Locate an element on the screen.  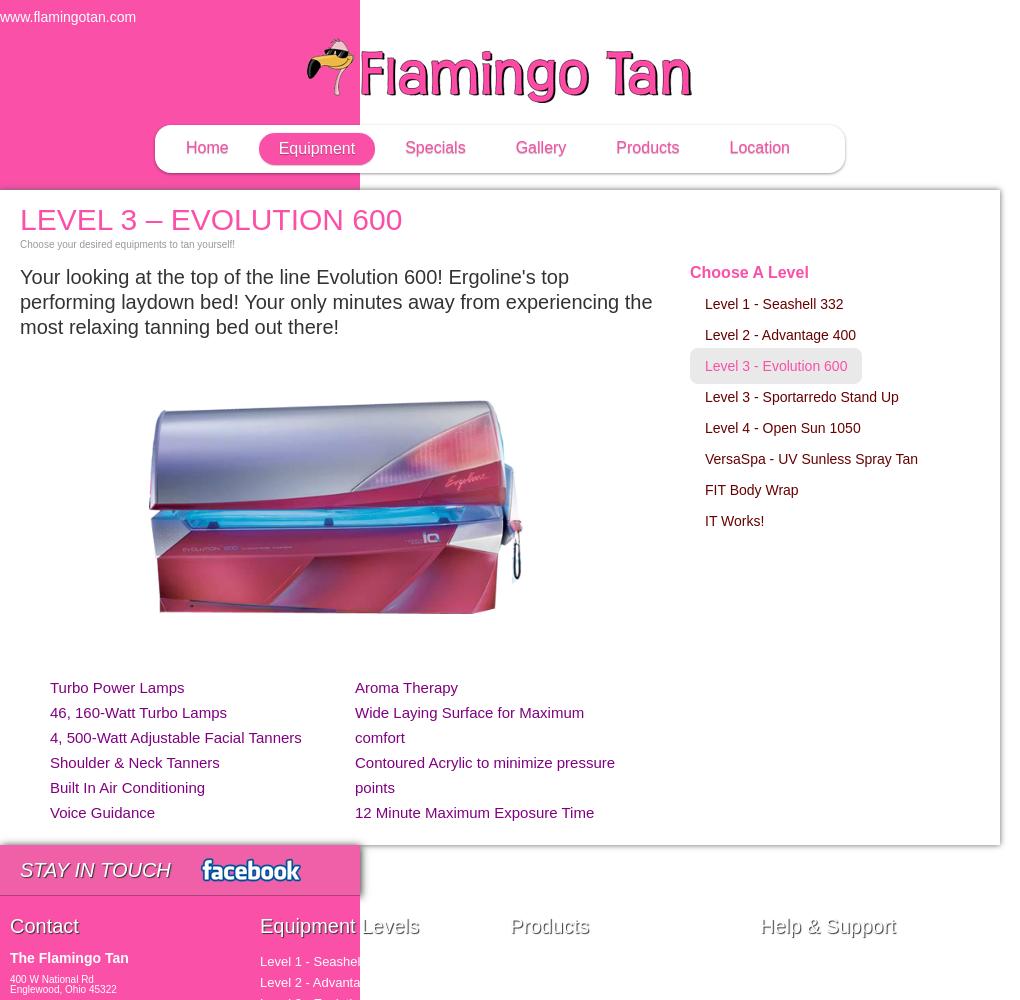
'Aroma Therapy' is located at coordinates (406, 687).